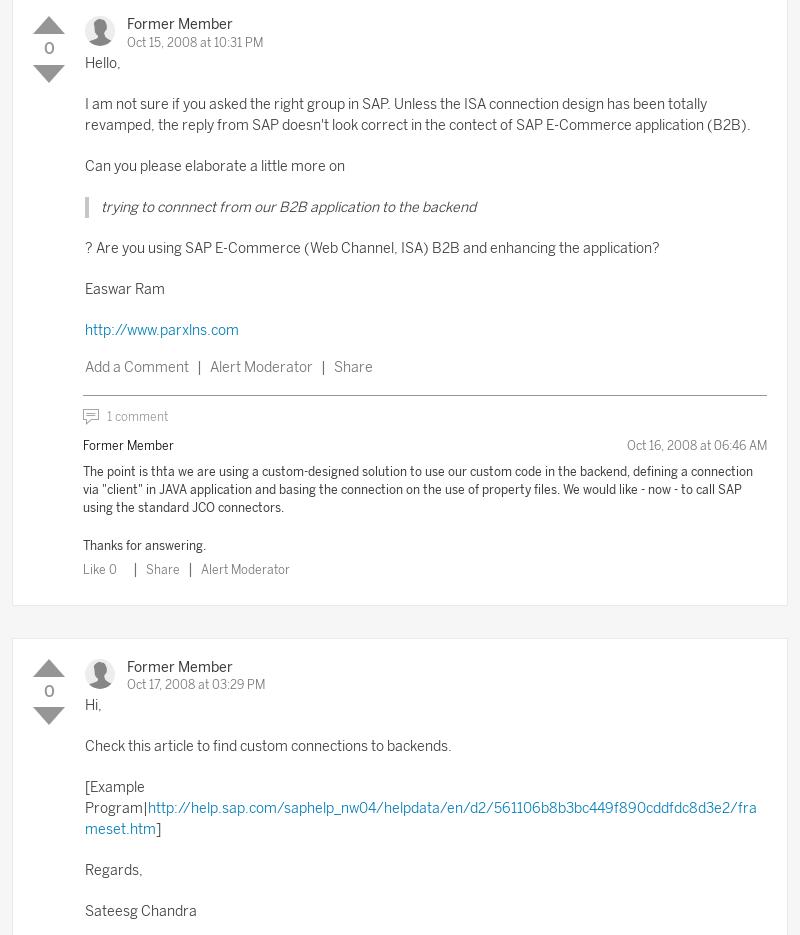 The image size is (800, 935). What do you see at coordinates (418, 112) in the screenshot?
I see `'I am not sure if you asked the right group in SAP. Unless the ISA connection design has been totally revamped, the reply from SAP doesn't look correct in the contect of SAP E-Commerce application (B2B).'` at bounding box center [418, 112].